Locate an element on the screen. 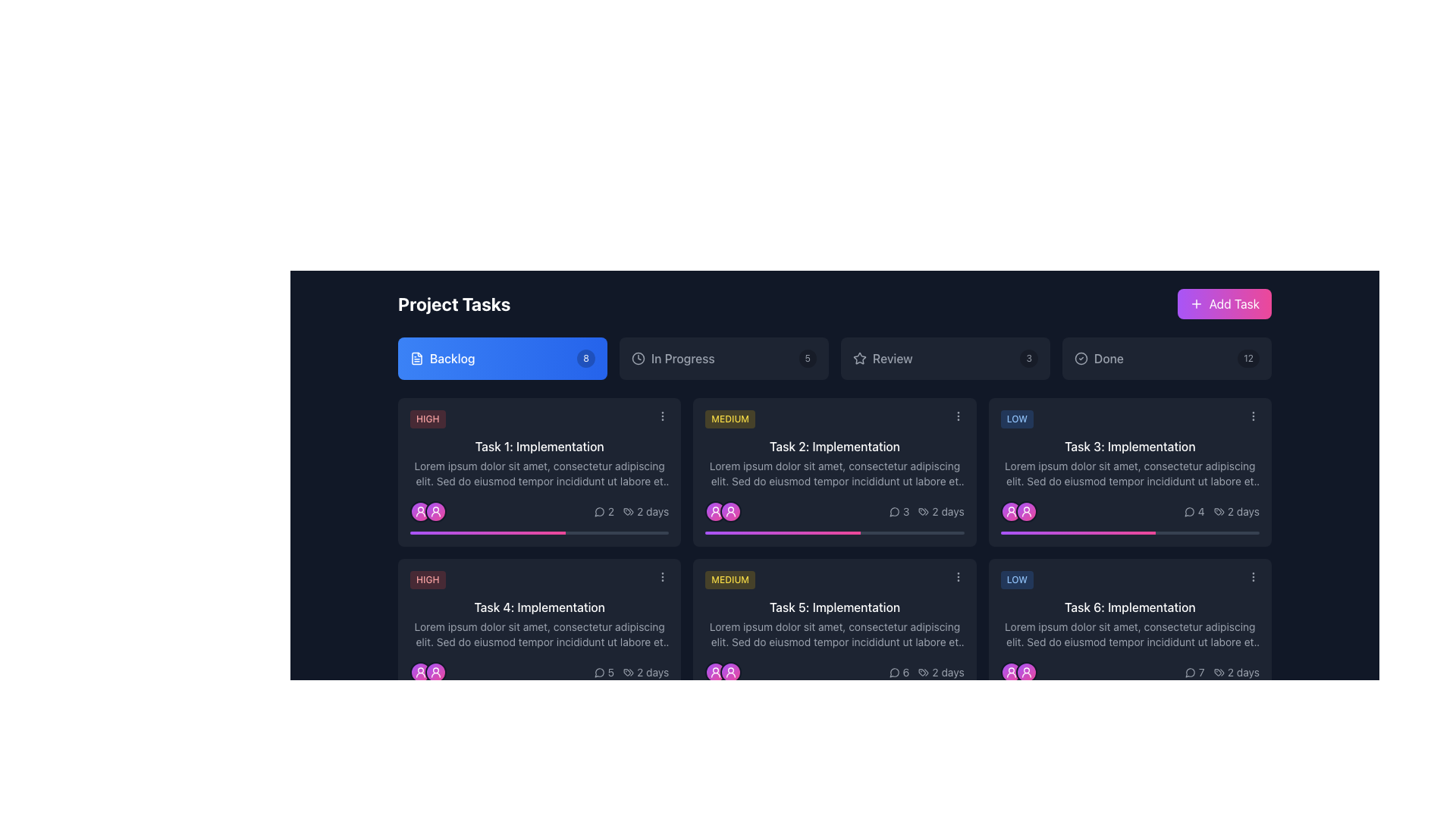 The height and width of the screenshot is (819, 1456). value of the static text that shows the number of comments or interactions on the task card, located in the lower right of the layout, adjacent to the speech bubble icon and above the '2 days' label is located at coordinates (906, 672).